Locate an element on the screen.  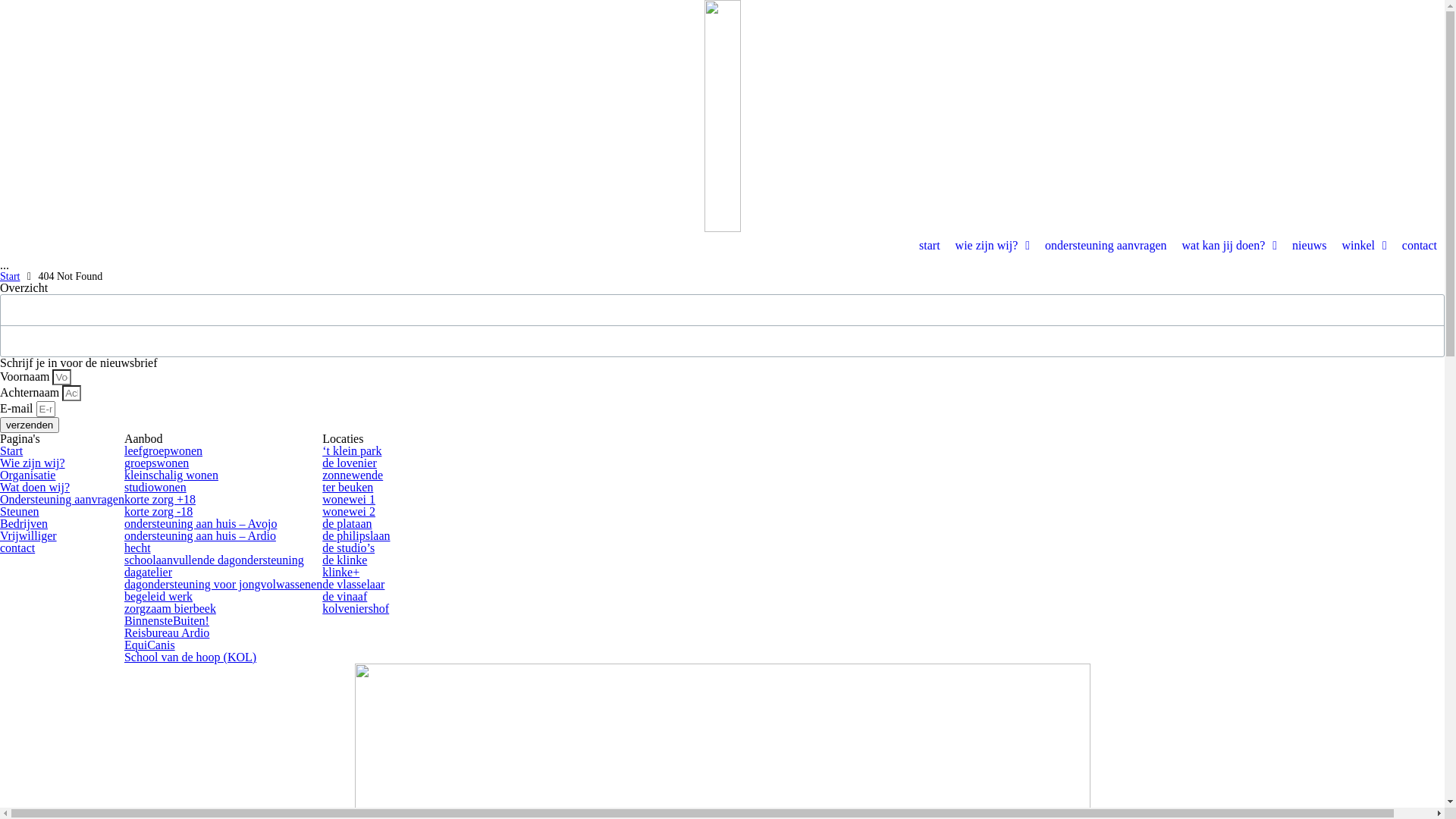
'kolveniershof' is located at coordinates (355, 607).